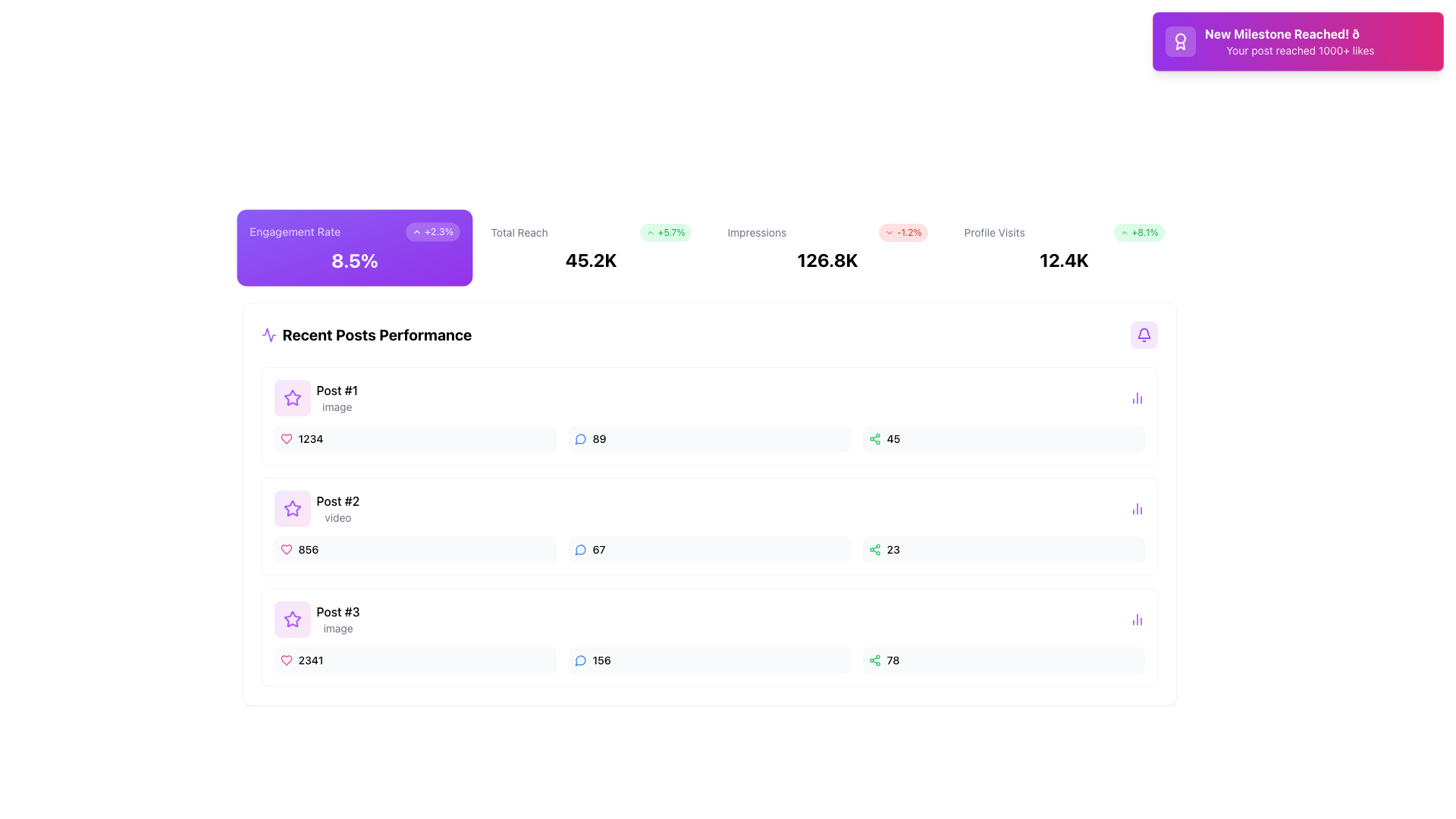  Describe the element at coordinates (1299, 40) in the screenshot. I see `the milestone notification banner displaying the message about achieving 1000+ likes by reading the textual information` at that location.